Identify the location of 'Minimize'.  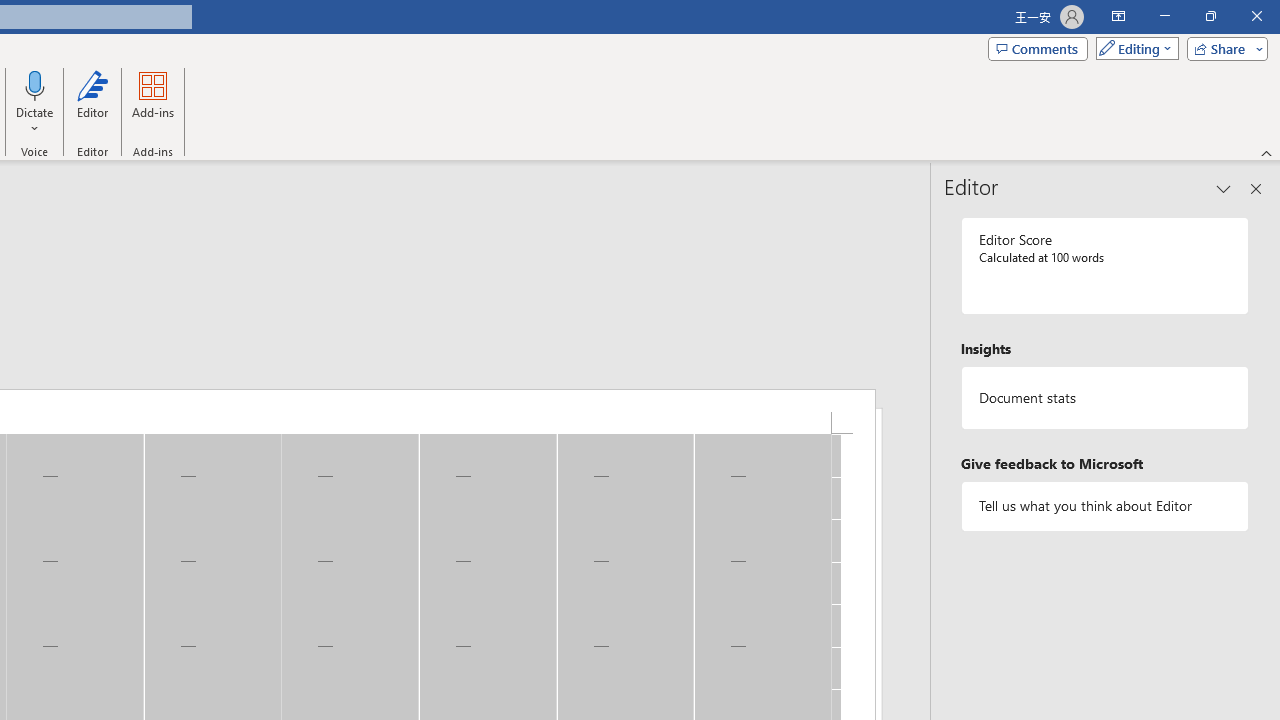
(1164, 16).